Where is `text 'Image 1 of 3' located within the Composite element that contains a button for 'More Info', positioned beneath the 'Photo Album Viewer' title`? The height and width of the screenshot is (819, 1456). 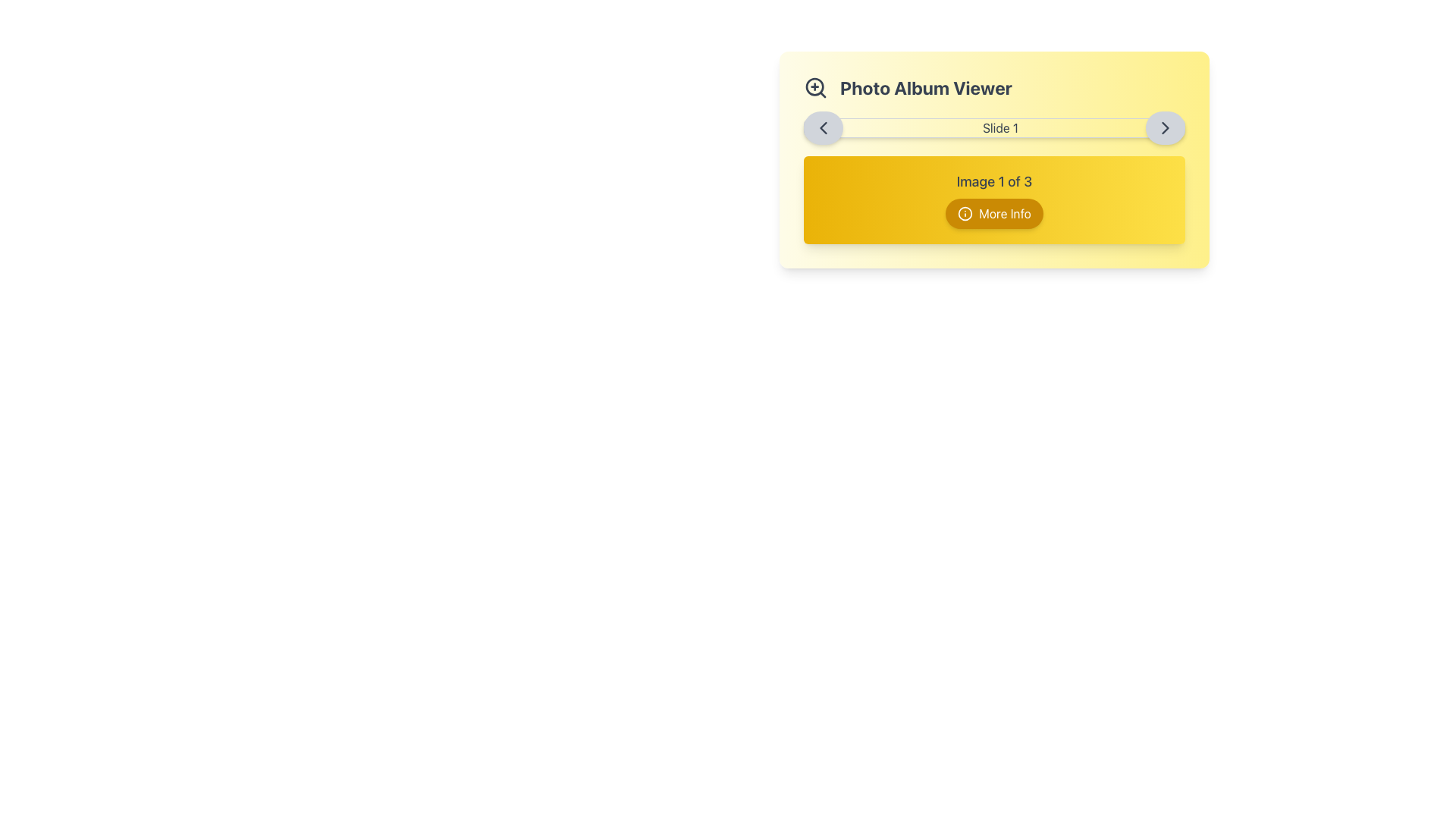
text 'Image 1 of 3' located within the Composite element that contains a button for 'More Info', positioned beneath the 'Photo Album Viewer' title is located at coordinates (994, 199).